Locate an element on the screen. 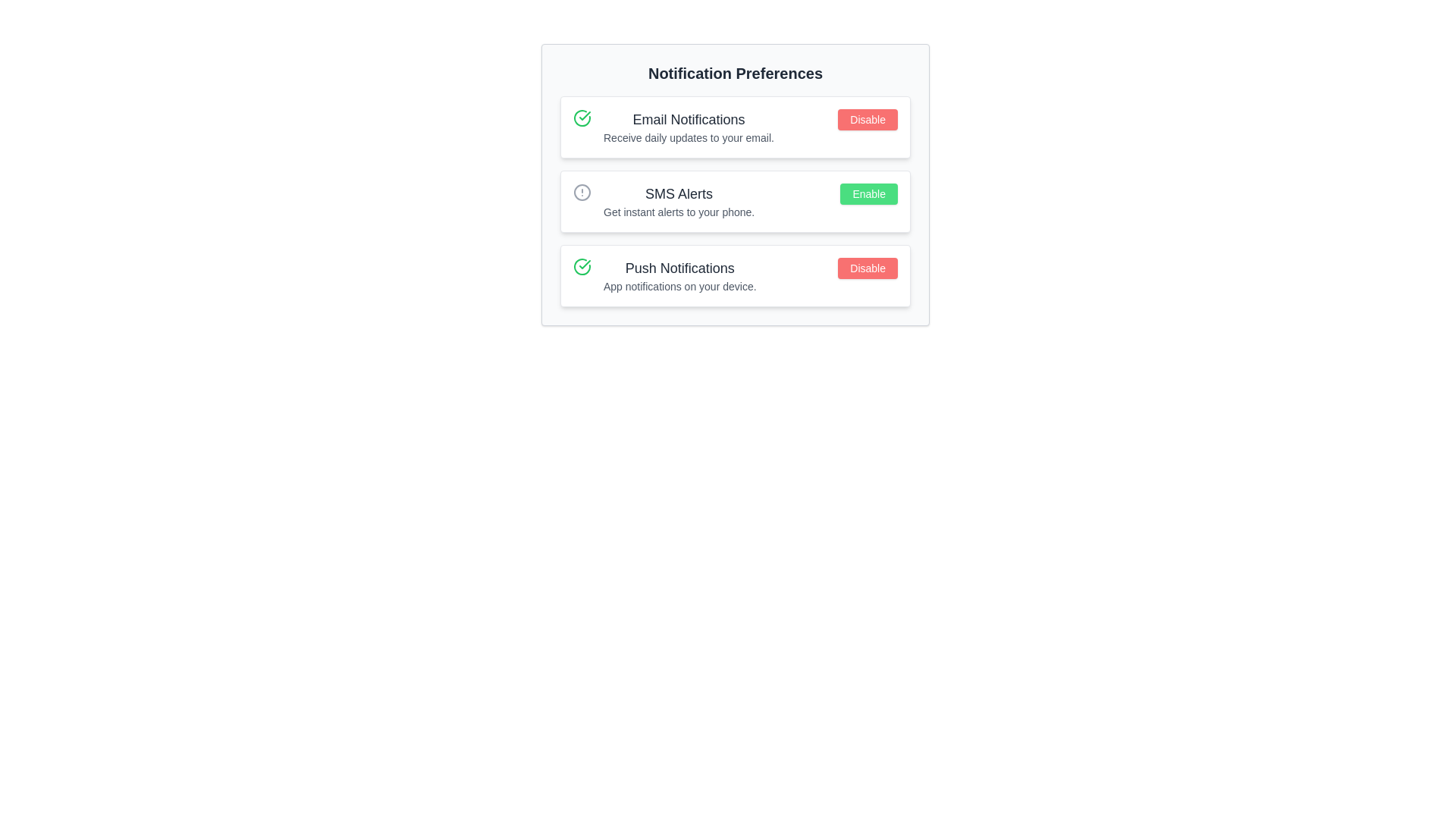  the decorative SVG element representing the checkmark status of the 'Email Notifications' option located inside the notification preferences panel is located at coordinates (582, 117).